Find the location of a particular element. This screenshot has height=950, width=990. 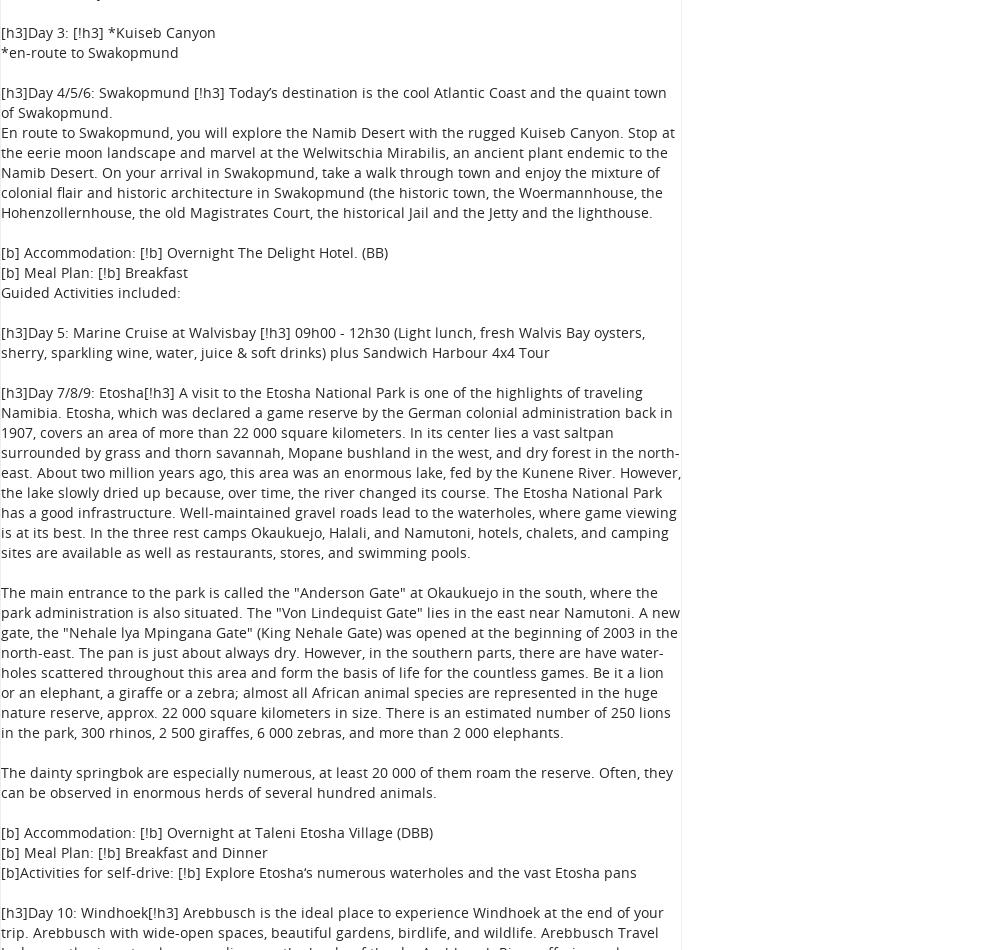

'[h3]Day 3: [!h3] *Kuiseb Canyon' is located at coordinates (107, 32).